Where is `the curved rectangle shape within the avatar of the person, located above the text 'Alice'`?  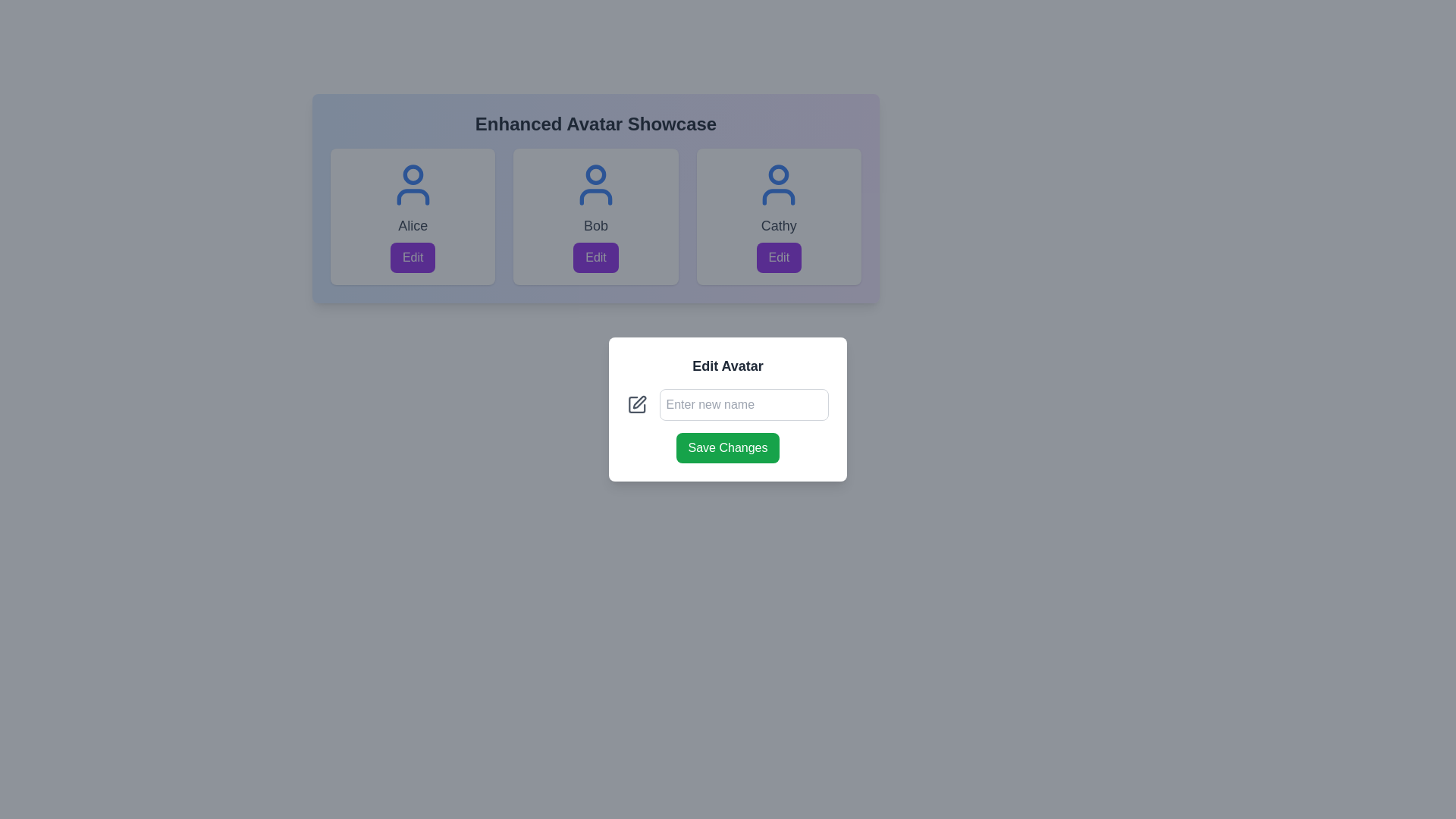
the curved rectangle shape within the avatar of the person, located above the text 'Alice' is located at coordinates (413, 196).